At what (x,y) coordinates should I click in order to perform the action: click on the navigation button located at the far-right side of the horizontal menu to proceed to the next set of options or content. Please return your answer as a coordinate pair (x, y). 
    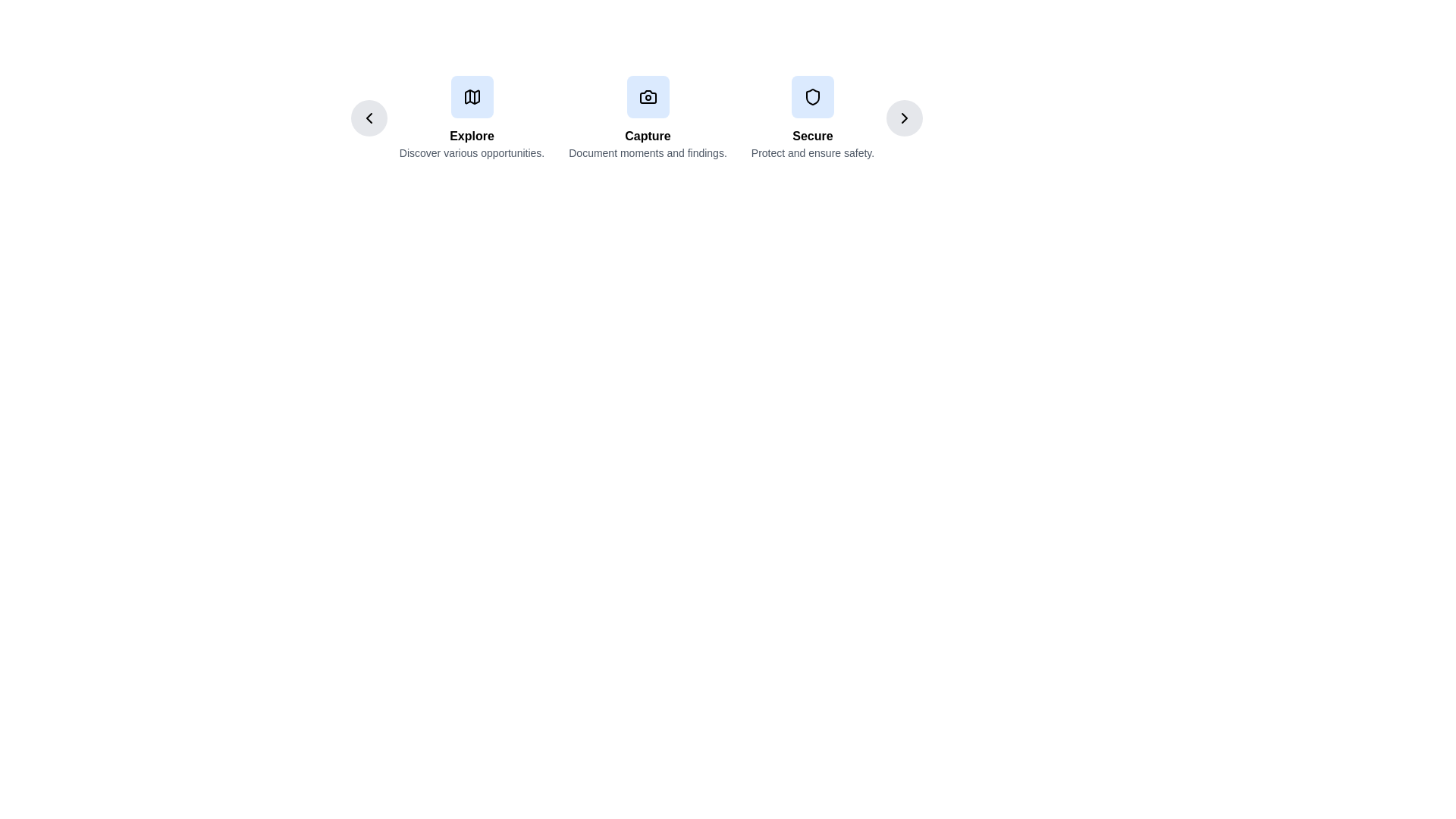
    Looking at the image, I should click on (905, 117).